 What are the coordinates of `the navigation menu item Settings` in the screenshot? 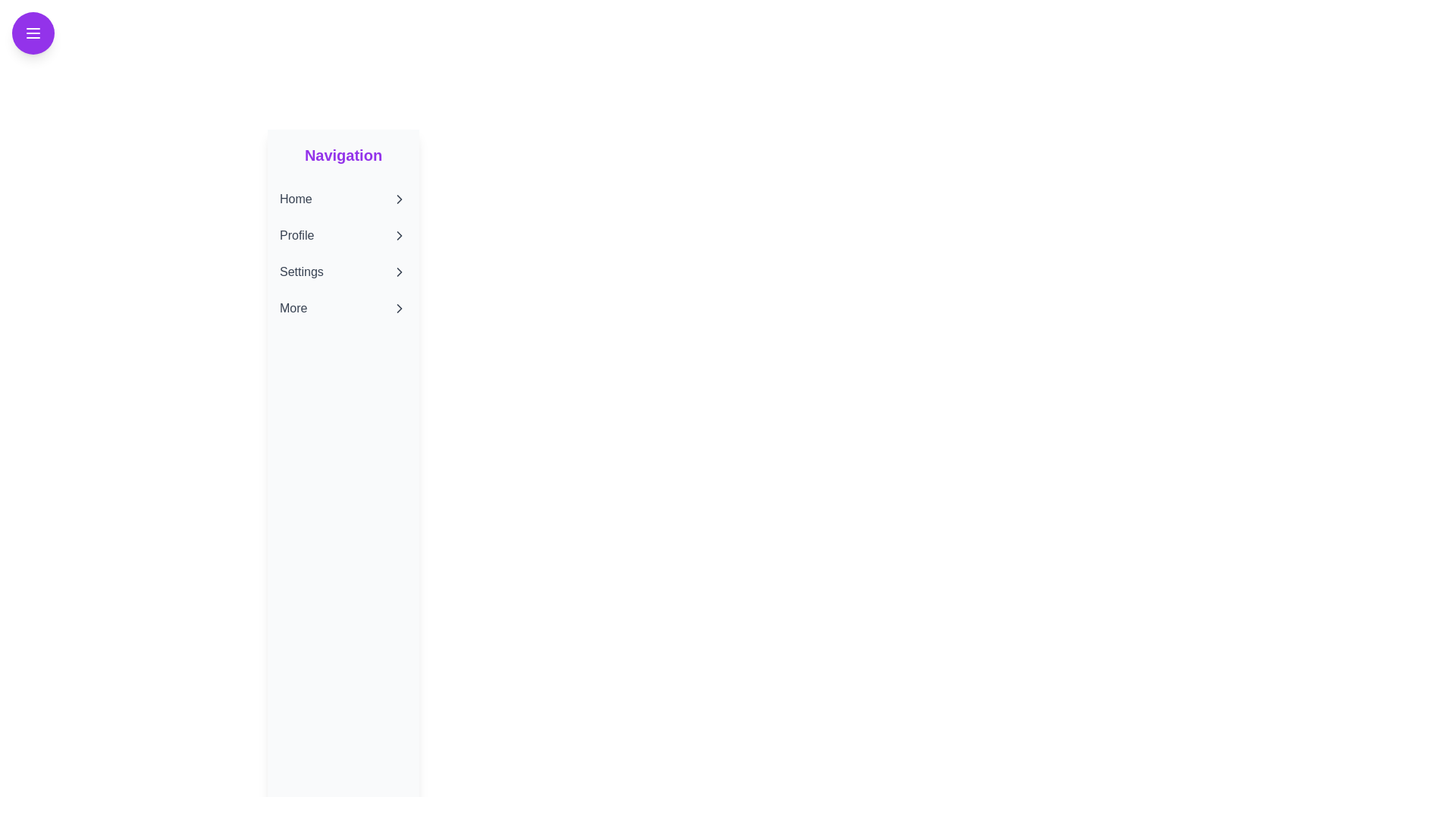 It's located at (342, 271).